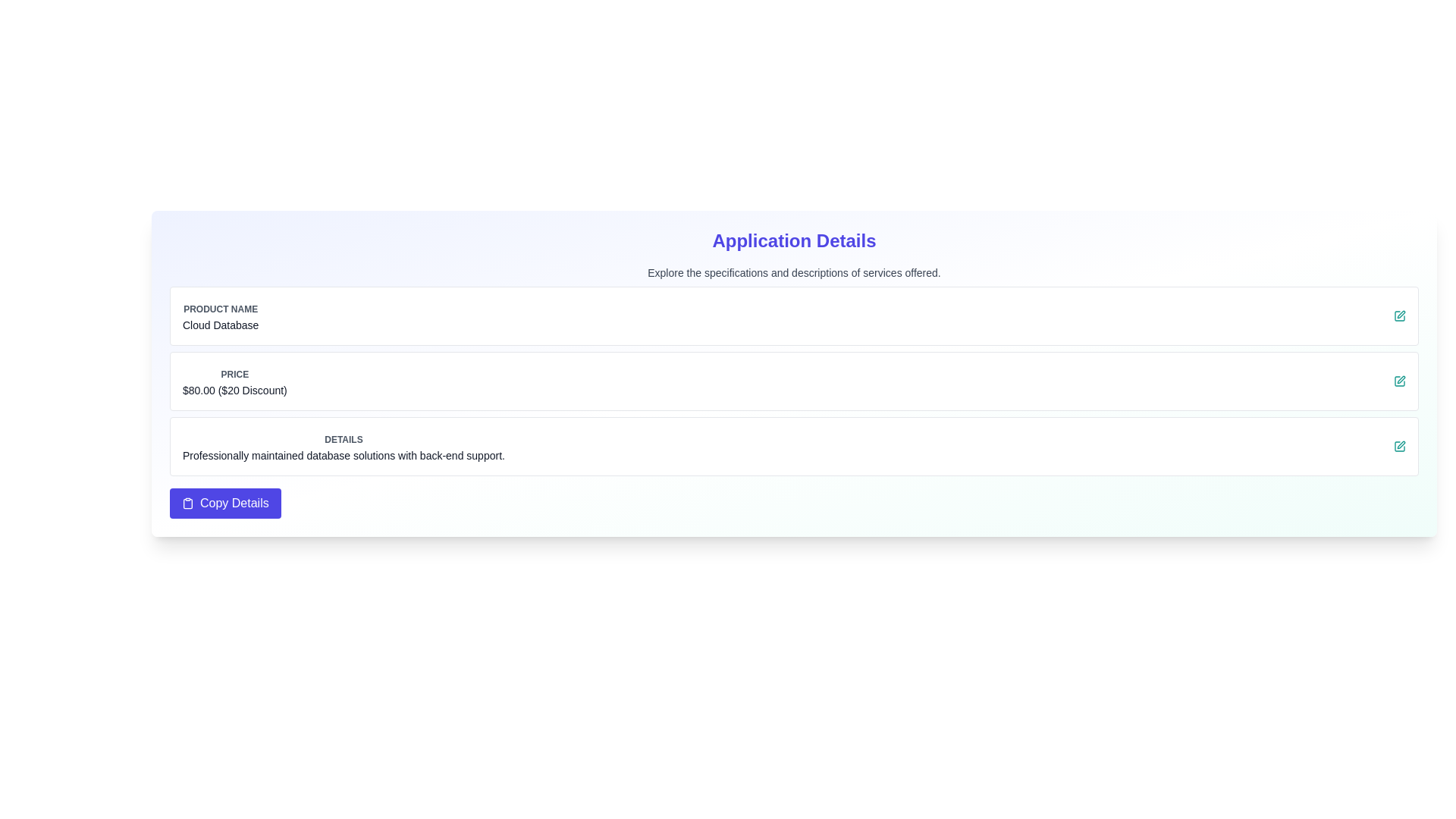 This screenshot has width=1456, height=819. I want to click on the price text block that displays the product price and discounts, located centrally below the 'PRODUCT NAME' section and above the 'DETAILS' section, so click(234, 380).